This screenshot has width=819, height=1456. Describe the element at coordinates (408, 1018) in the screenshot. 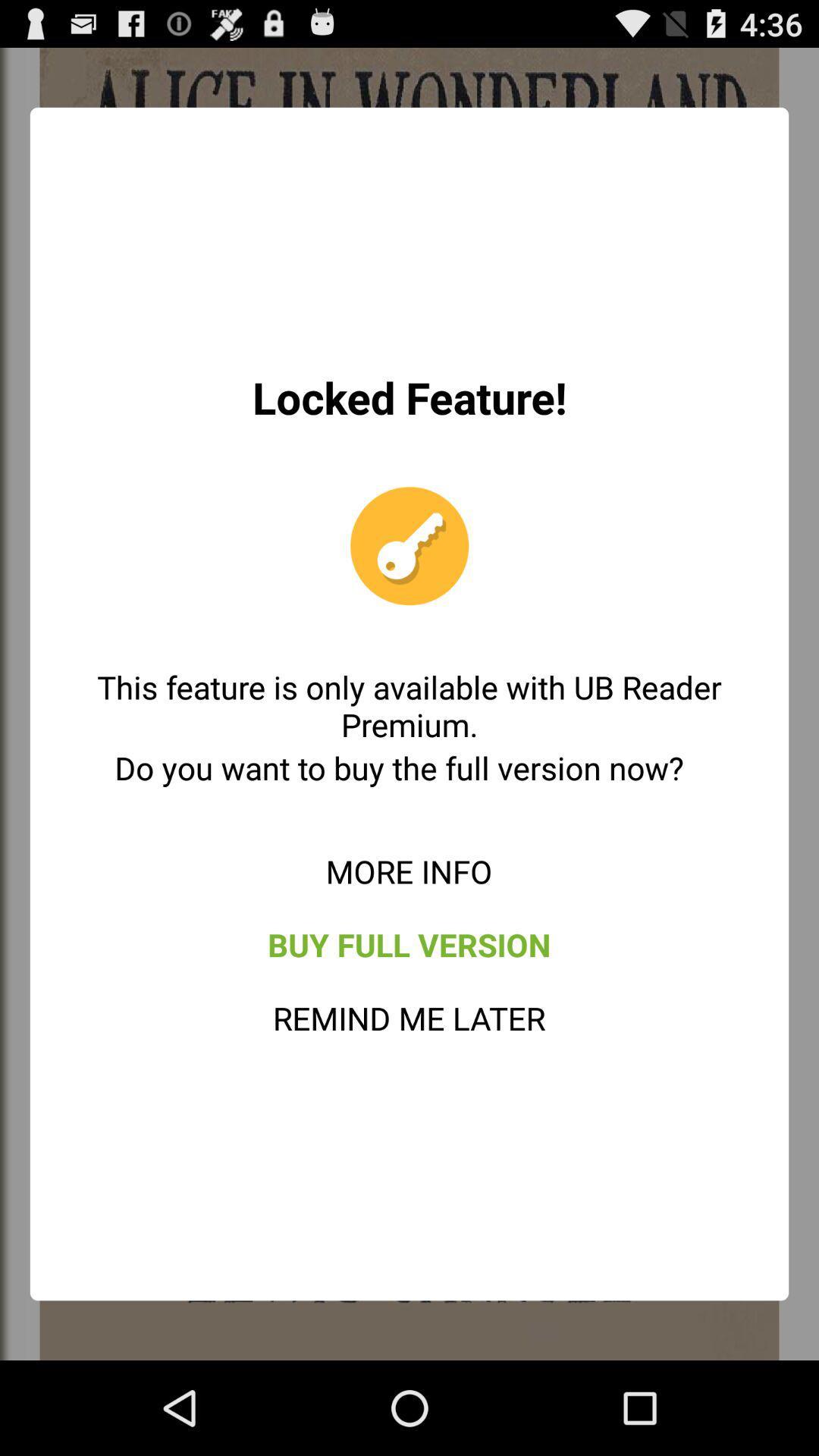

I see `the remind me later` at that location.